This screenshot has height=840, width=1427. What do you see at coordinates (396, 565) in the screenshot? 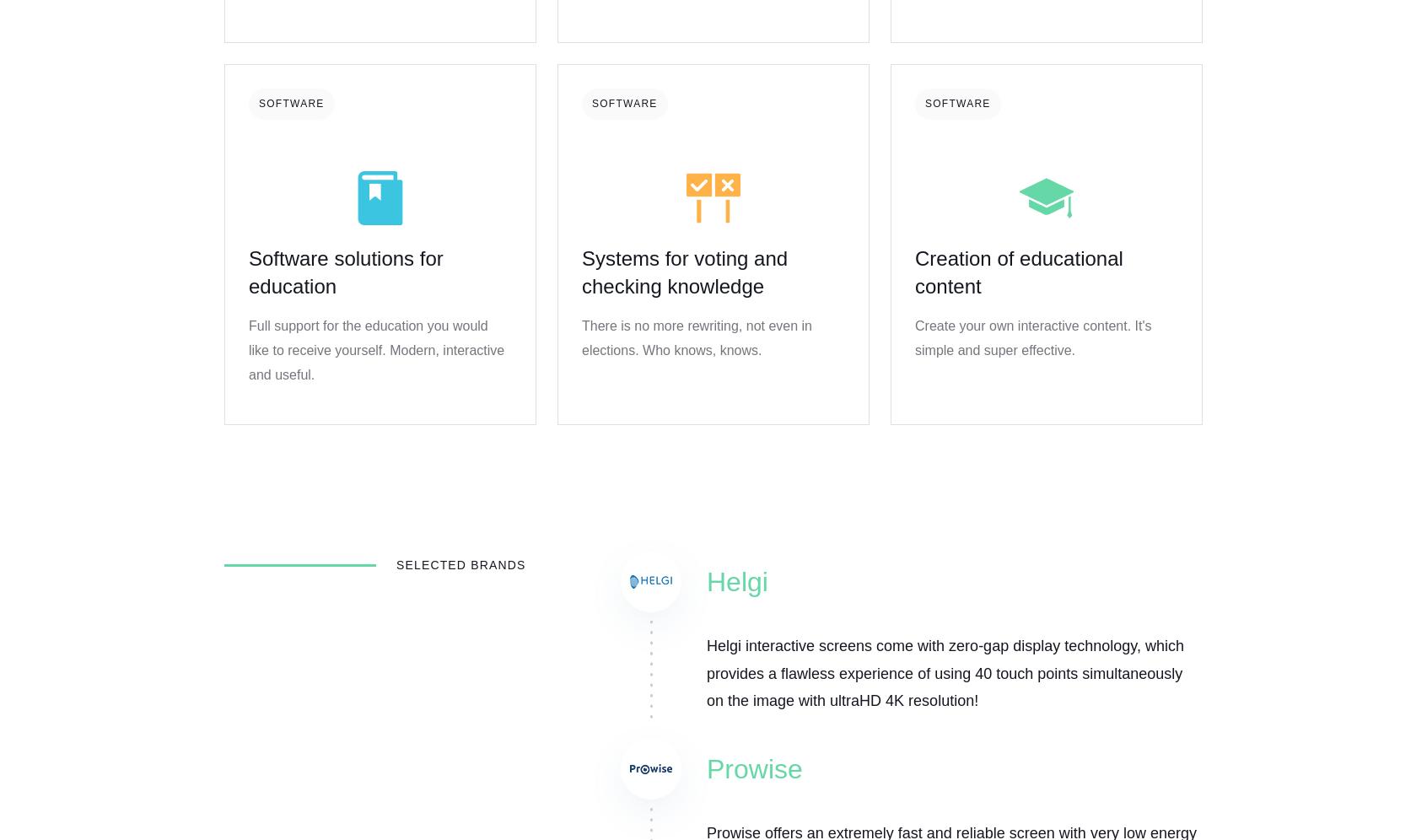
I see `'Selected brands'` at bounding box center [396, 565].